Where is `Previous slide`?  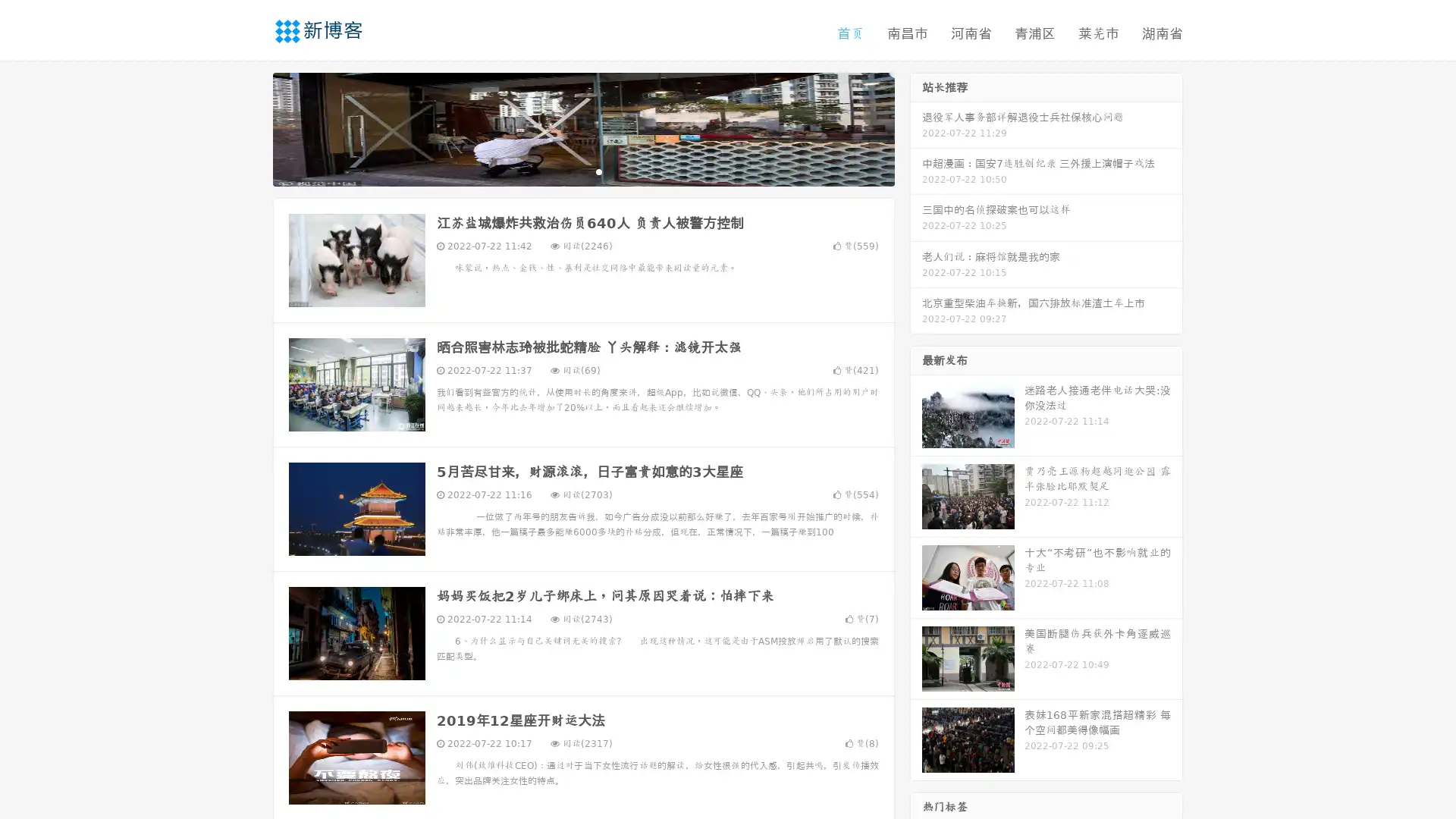
Previous slide is located at coordinates (250, 127).